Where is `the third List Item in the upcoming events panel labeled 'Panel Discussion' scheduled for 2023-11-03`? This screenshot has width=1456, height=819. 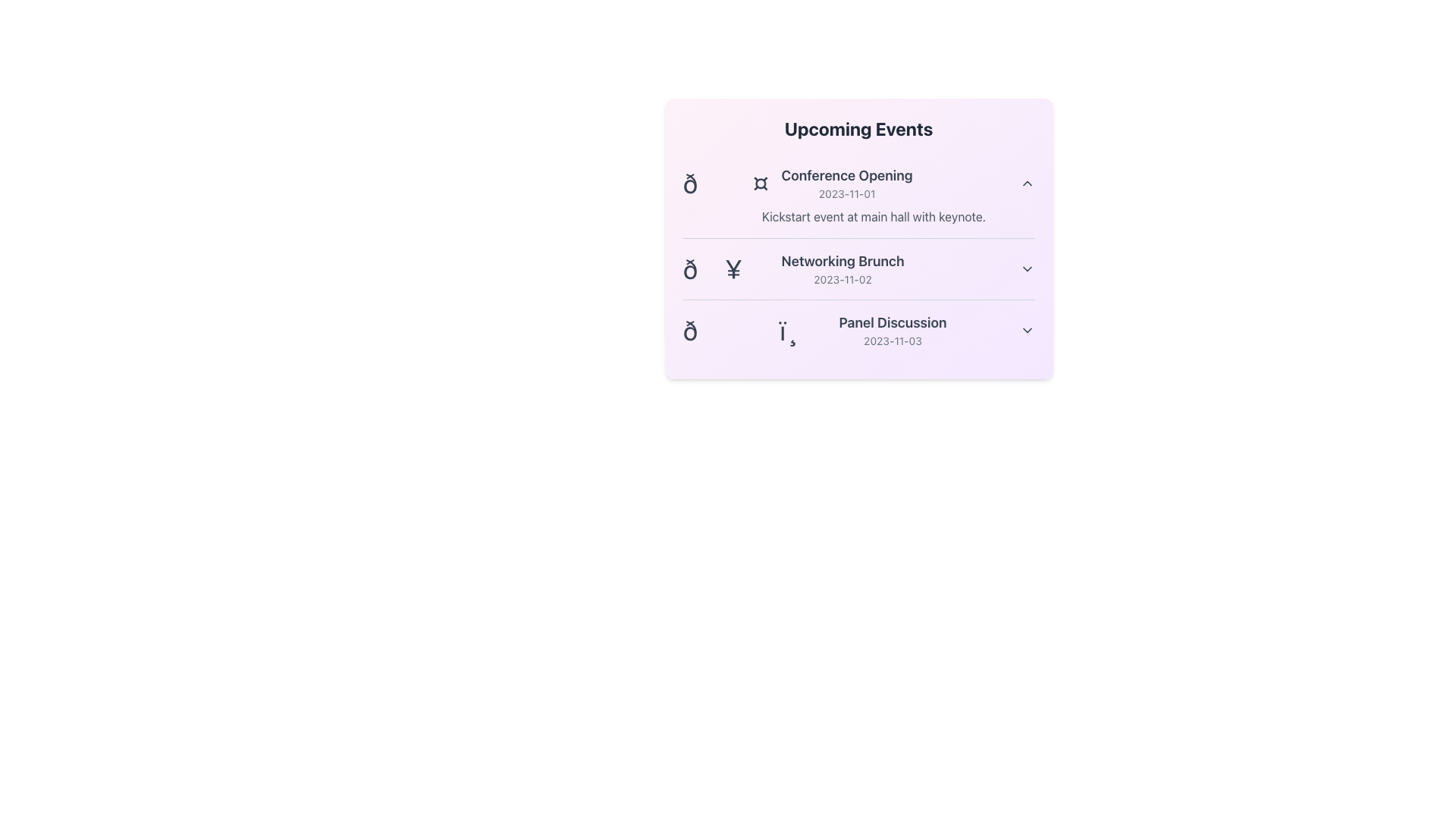 the third List Item in the upcoming events panel labeled 'Panel Discussion' scheduled for 2023-11-03 is located at coordinates (814, 329).